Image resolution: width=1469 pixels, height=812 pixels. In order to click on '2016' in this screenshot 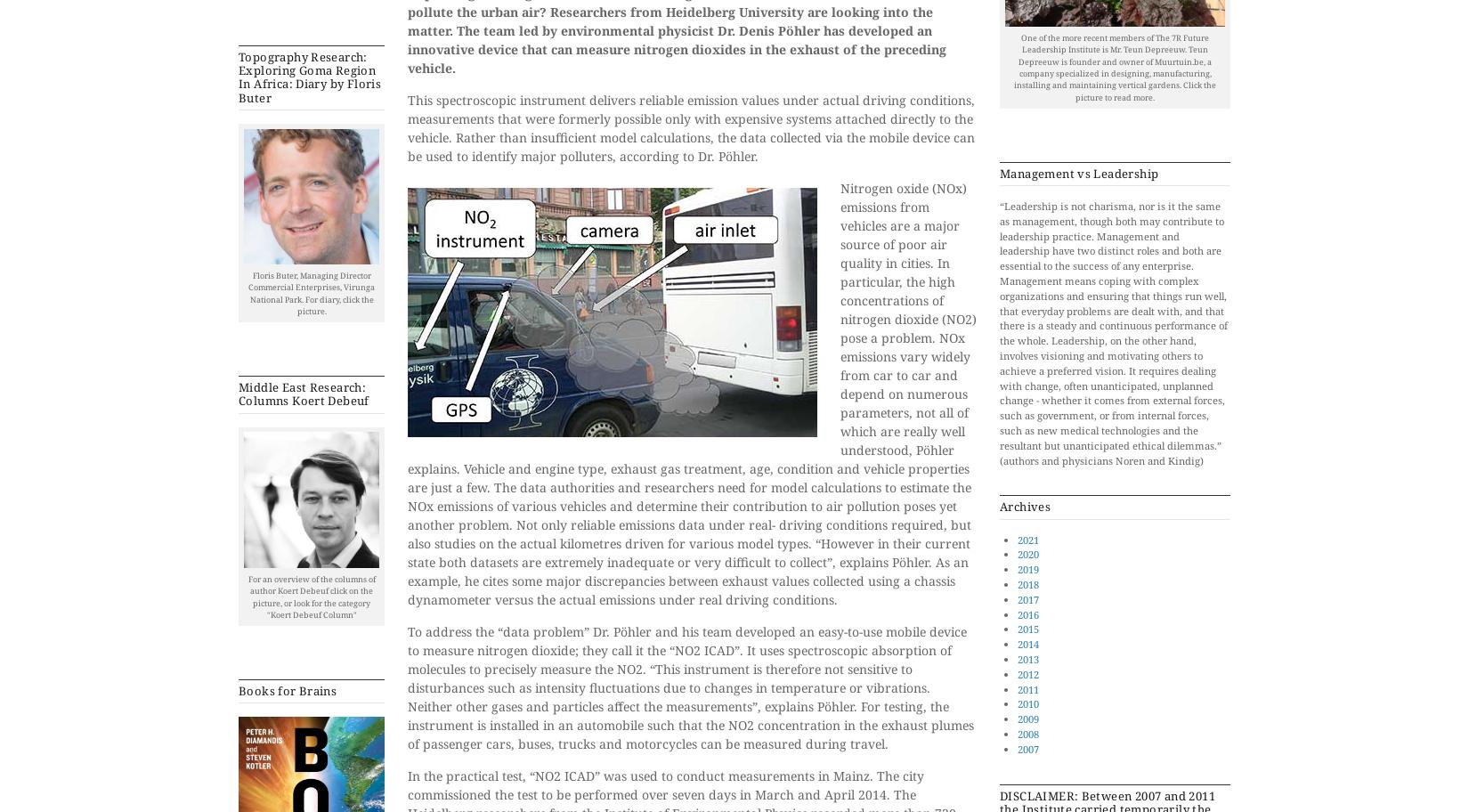, I will do `click(1027, 613)`.